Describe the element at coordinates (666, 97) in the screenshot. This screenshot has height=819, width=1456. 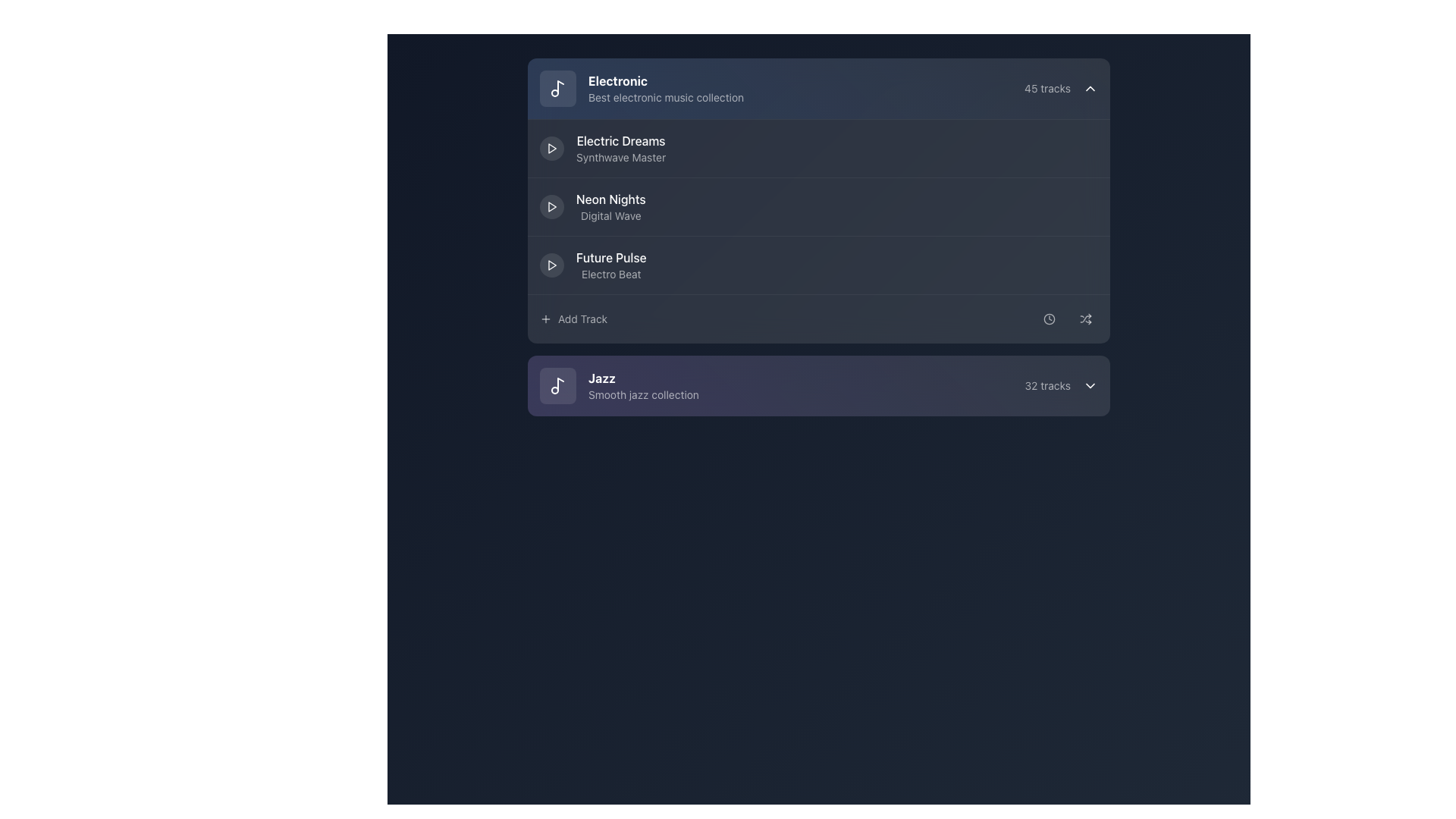
I see `the text label that reads 'Best electronic music collection', which is located below the bold 'Electronic' title within the panel labeled 'Electronic'` at that location.